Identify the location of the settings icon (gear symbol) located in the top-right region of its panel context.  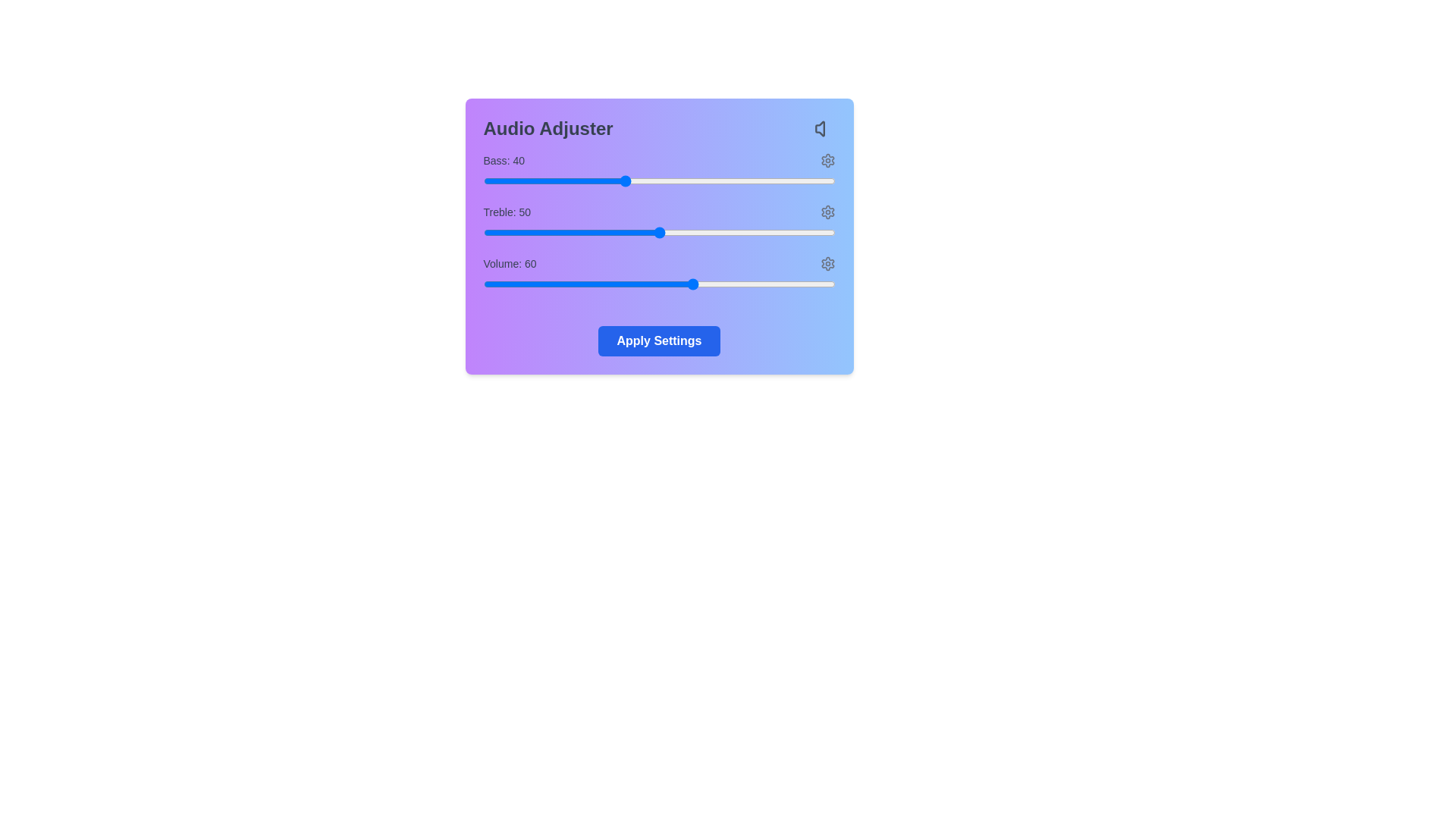
(827, 212).